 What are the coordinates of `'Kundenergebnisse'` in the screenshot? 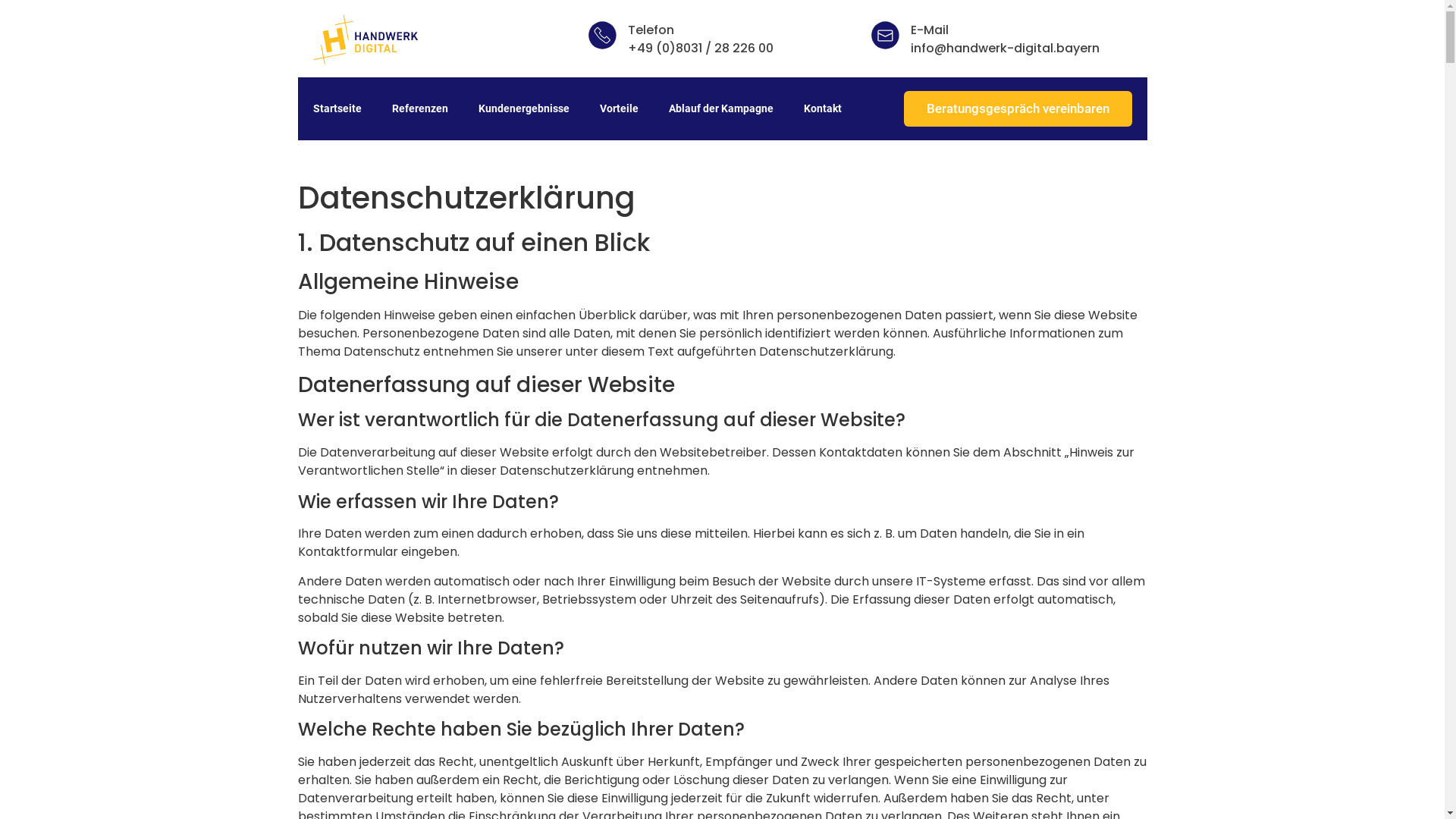 It's located at (523, 107).